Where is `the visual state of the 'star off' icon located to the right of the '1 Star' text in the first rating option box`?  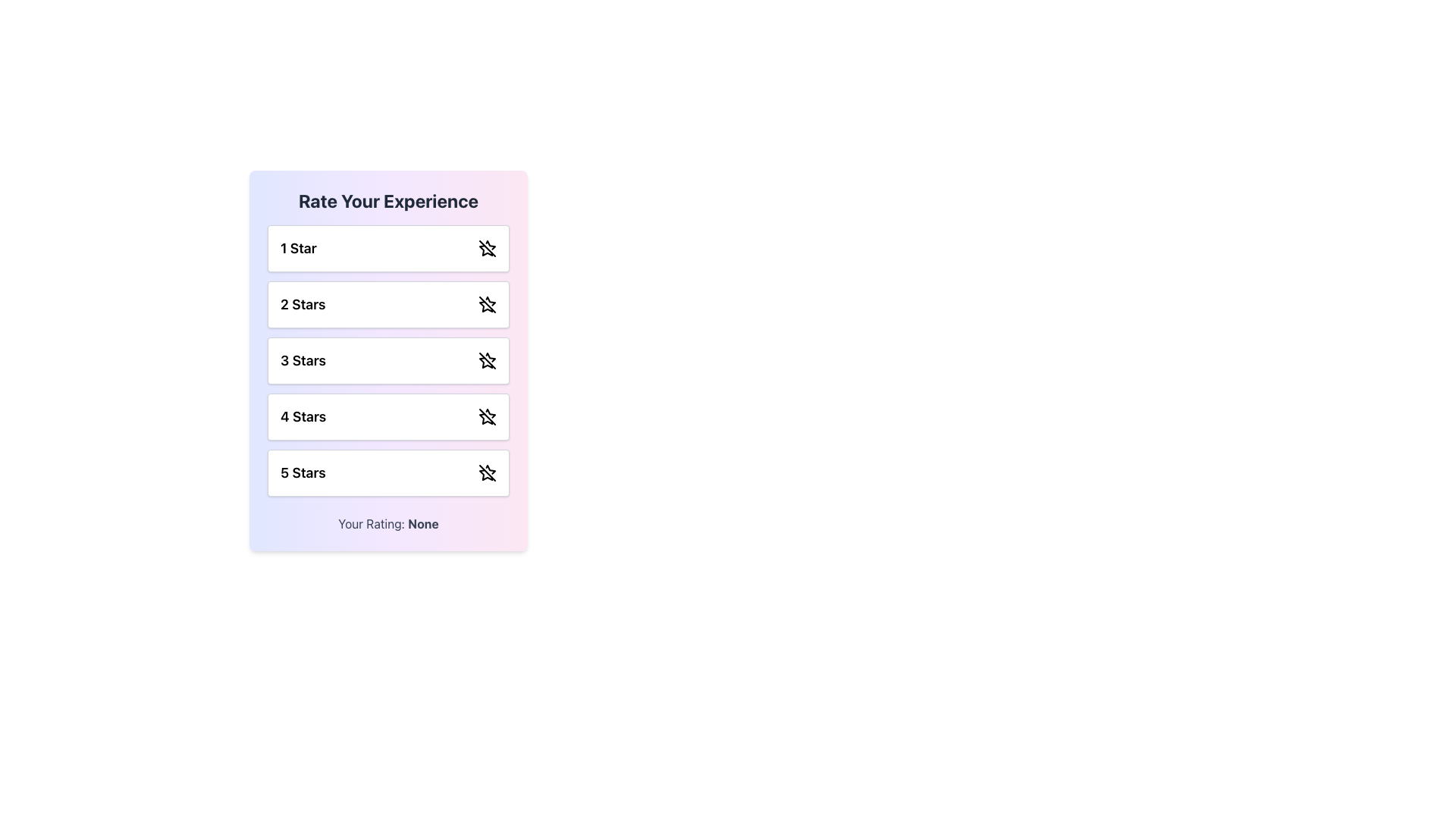 the visual state of the 'star off' icon located to the right of the '1 Star' text in the first rating option box is located at coordinates (488, 247).